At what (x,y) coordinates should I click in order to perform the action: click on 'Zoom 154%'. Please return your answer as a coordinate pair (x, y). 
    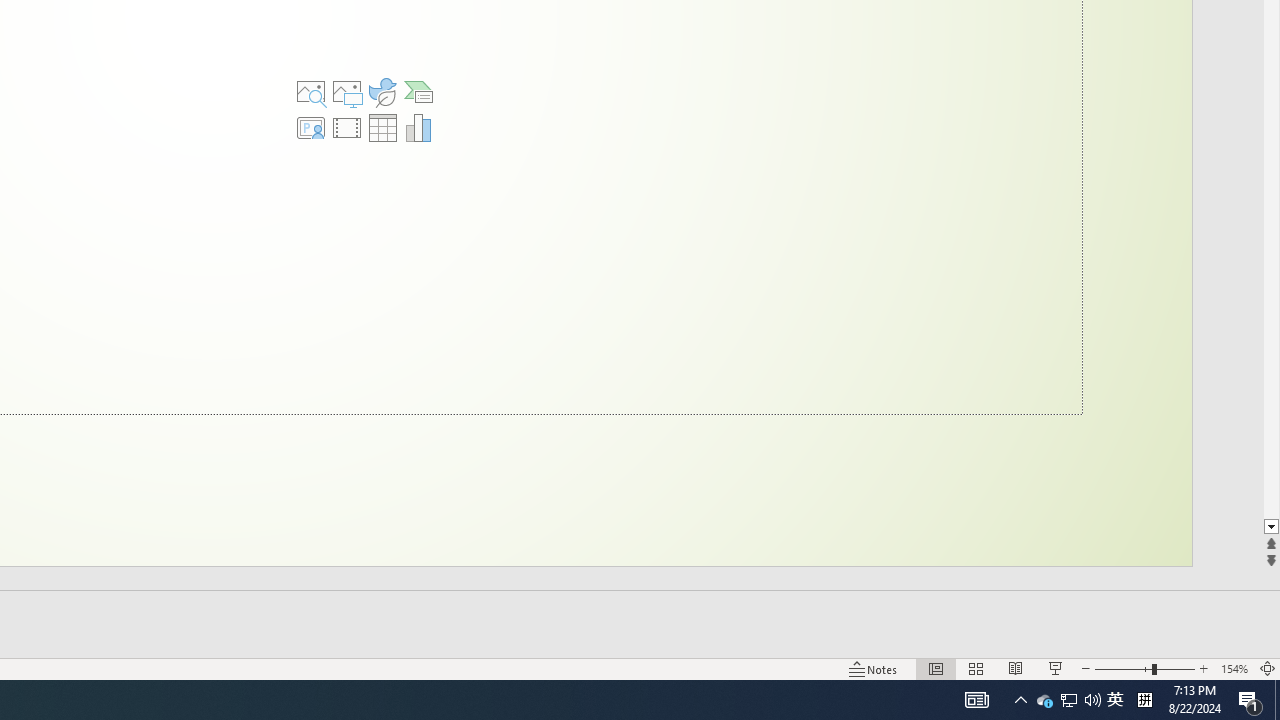
    Looking at the image, I should click on (1233, 669).